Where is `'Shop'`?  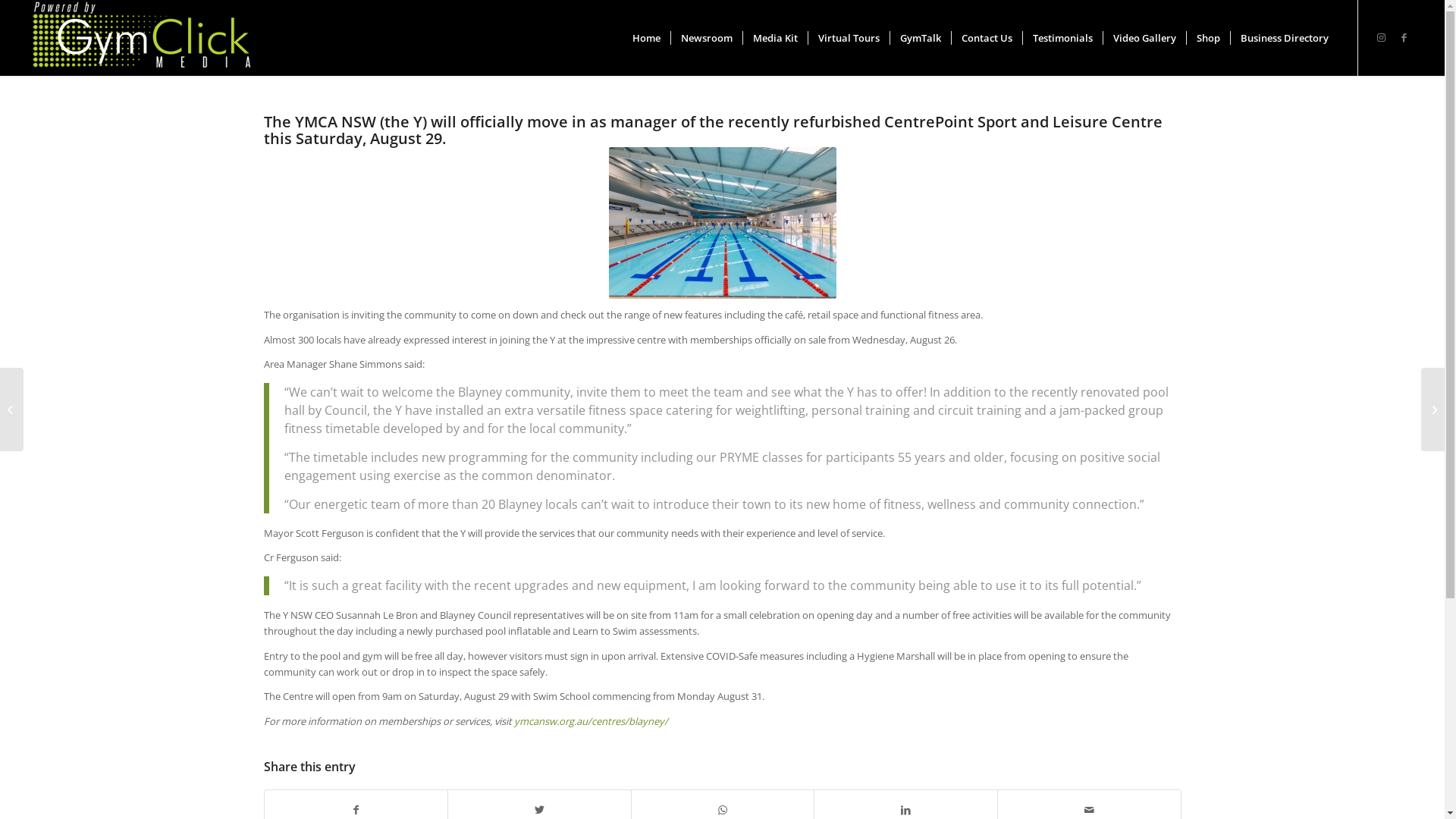
'Shop' is located at coordinates (1207, 37).